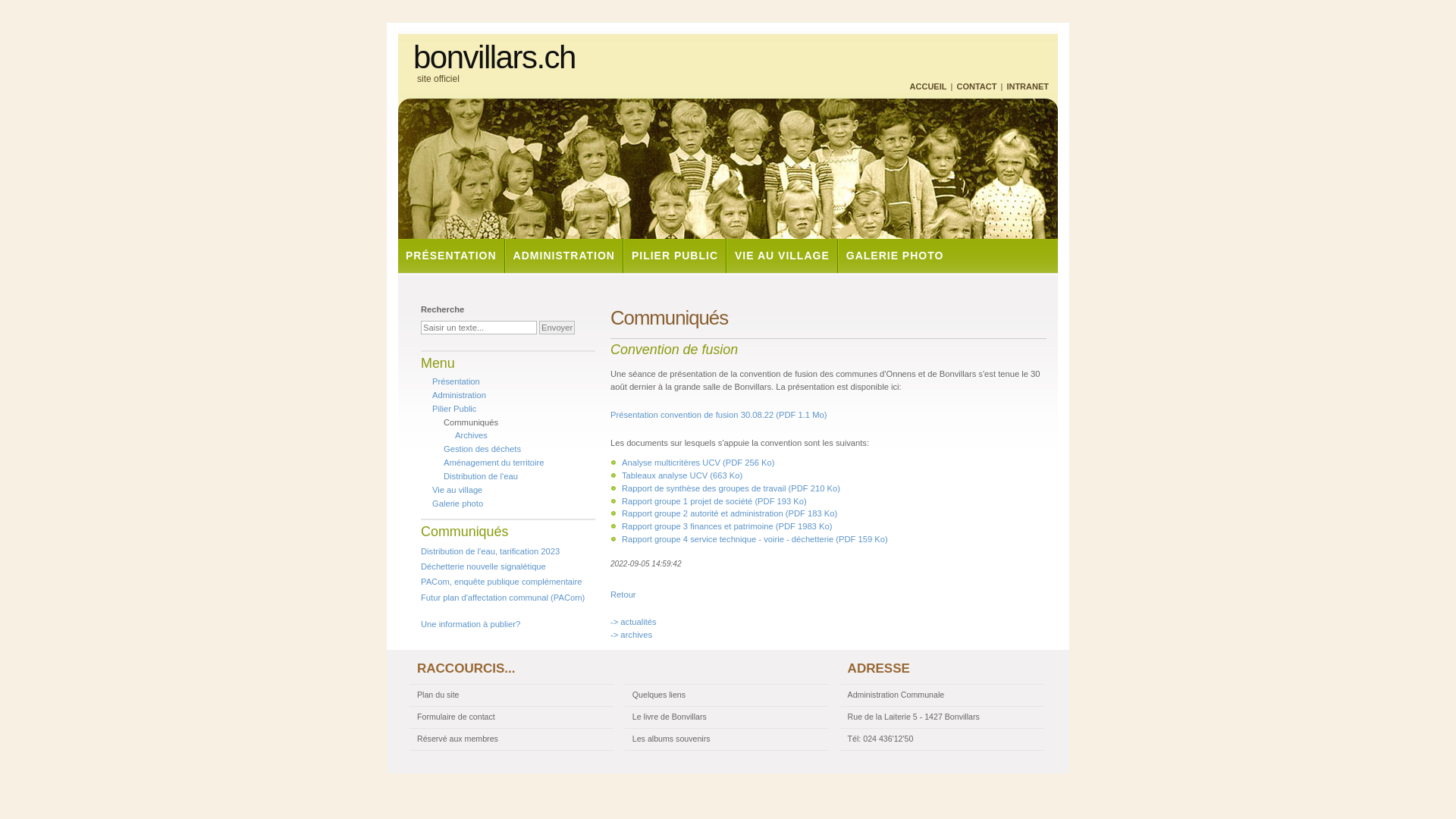 The width and height of the screenshot is (1456, 819). Describe the element at coordinates (538, 327) in the screenshot. I see `'Envoyer'` at that location.